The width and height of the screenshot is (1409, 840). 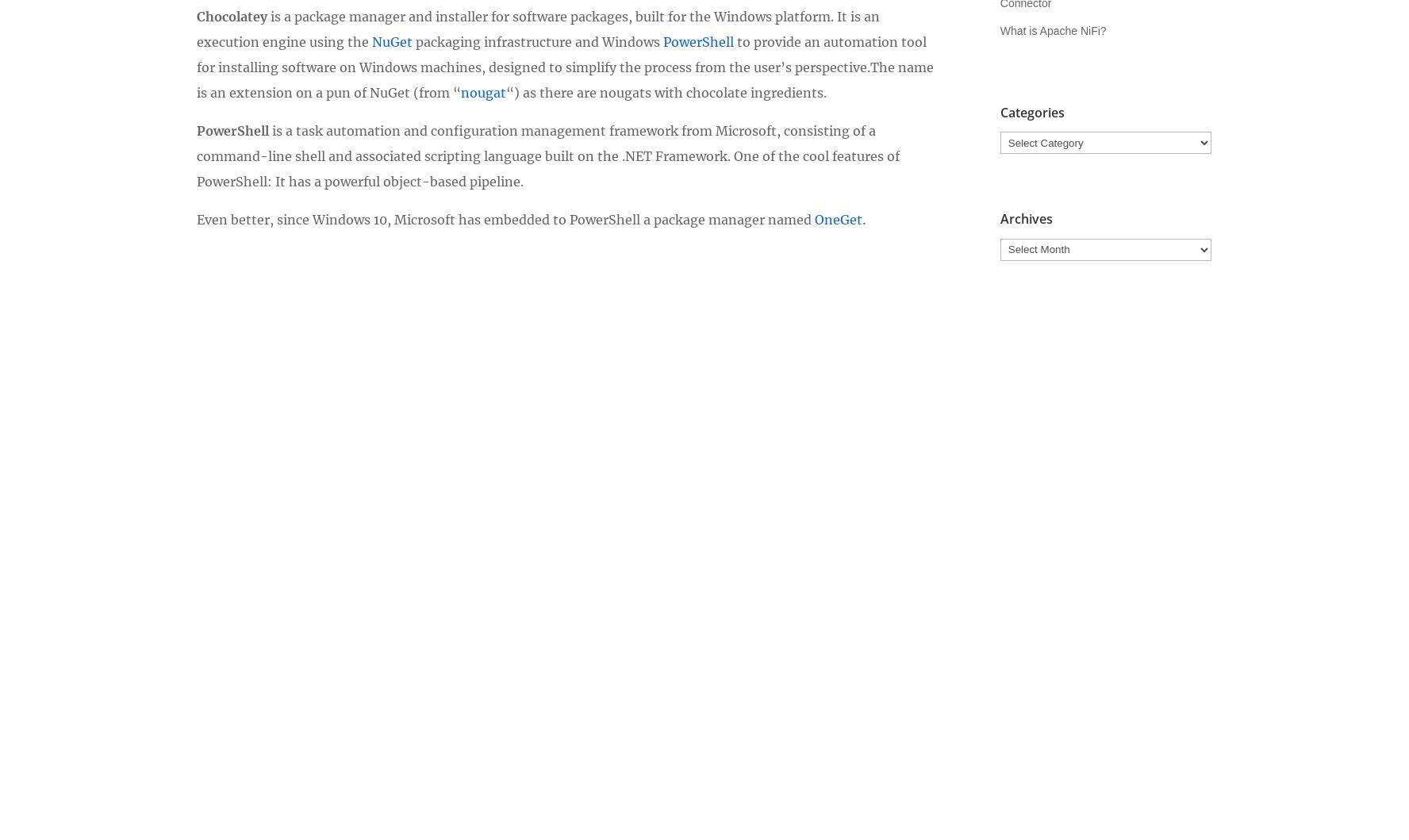 I want to click on 'nougat', so click(x=482, y=90).